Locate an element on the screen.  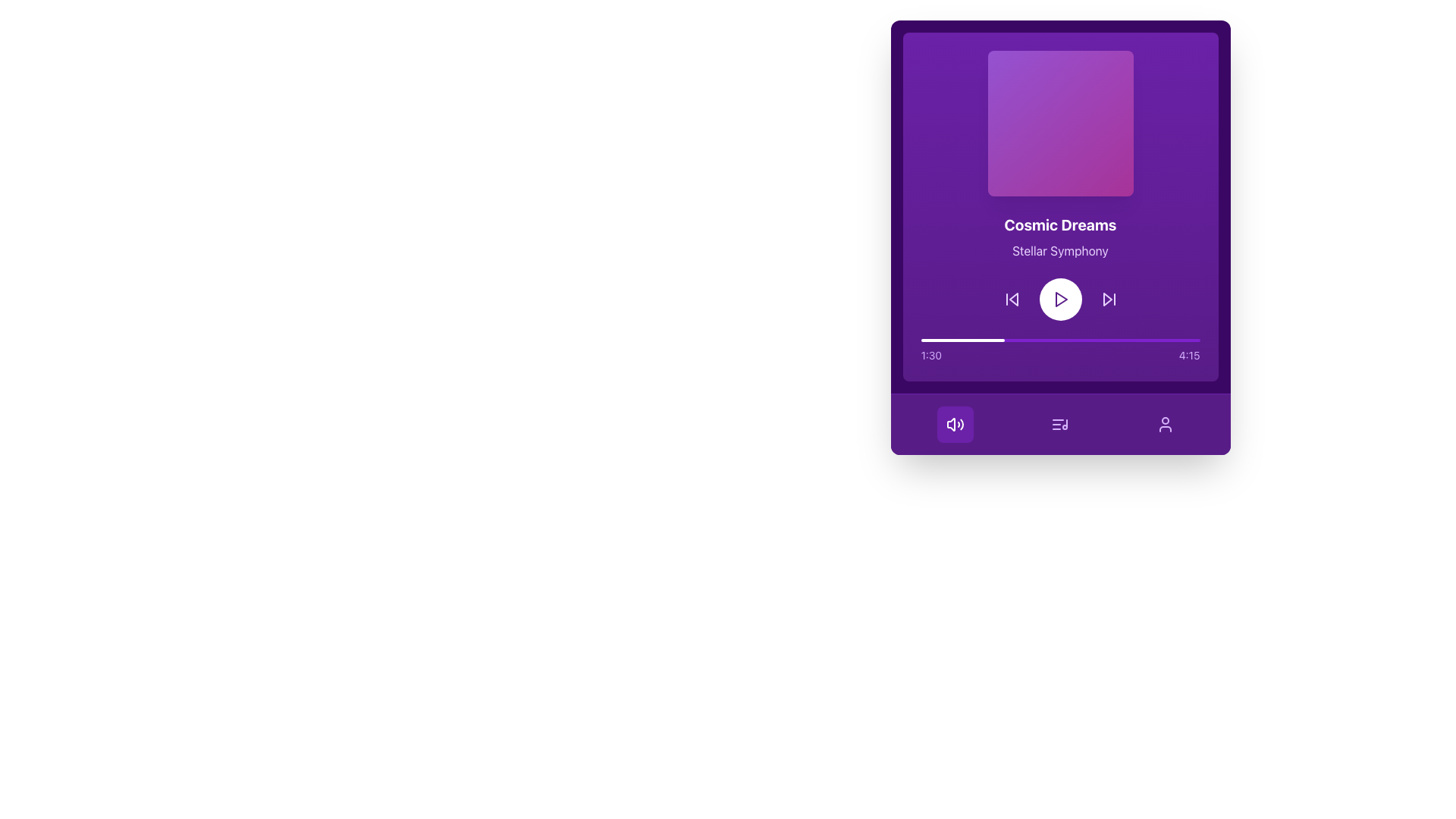
text label displaying '1:30', which is light purple on a dark purple background, located at the left side of the music player's progress bar is located at coordinates (930, 356).